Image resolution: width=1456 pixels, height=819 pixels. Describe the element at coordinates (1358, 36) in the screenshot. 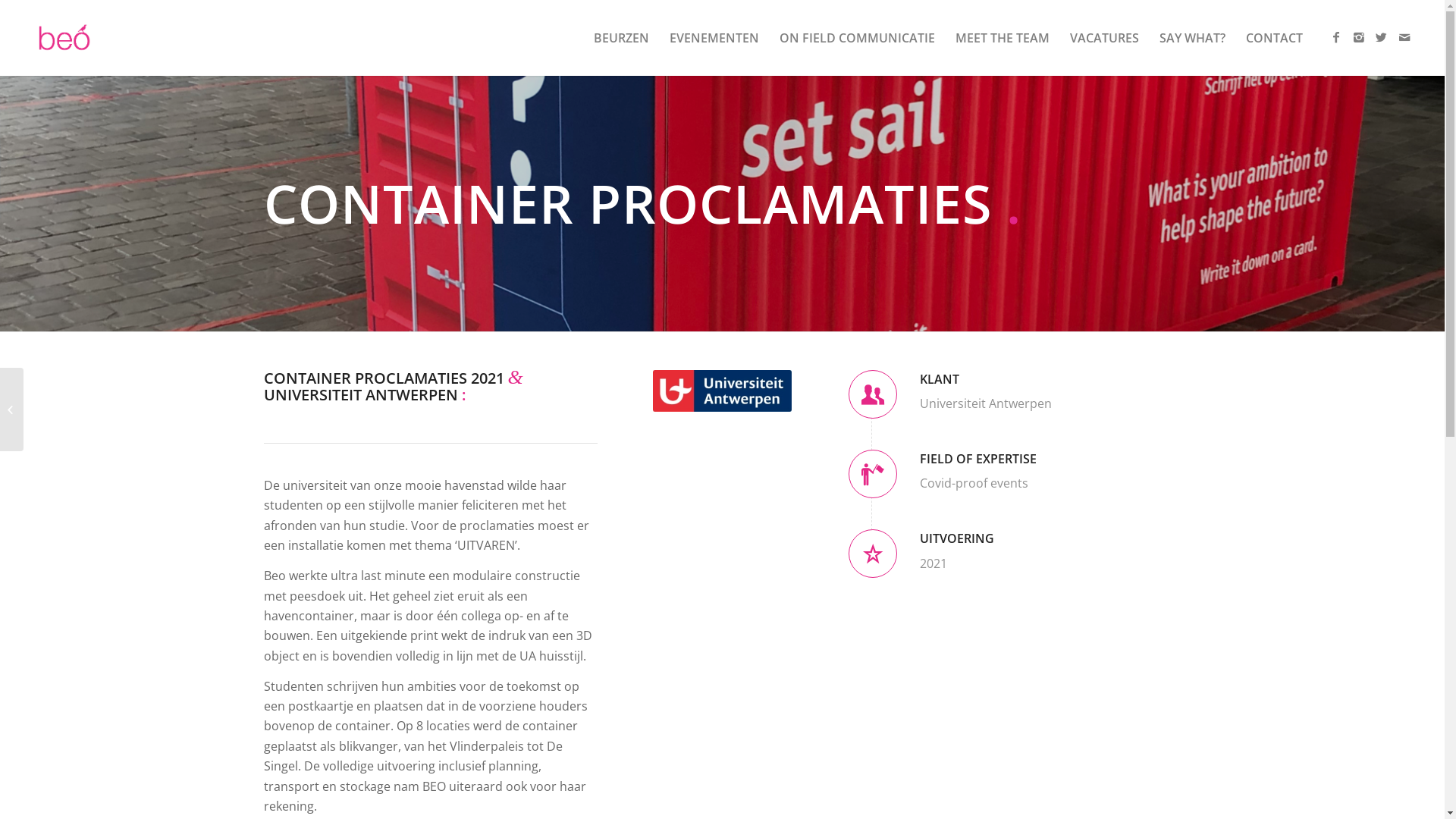

I see `'Instagram'` at that location.